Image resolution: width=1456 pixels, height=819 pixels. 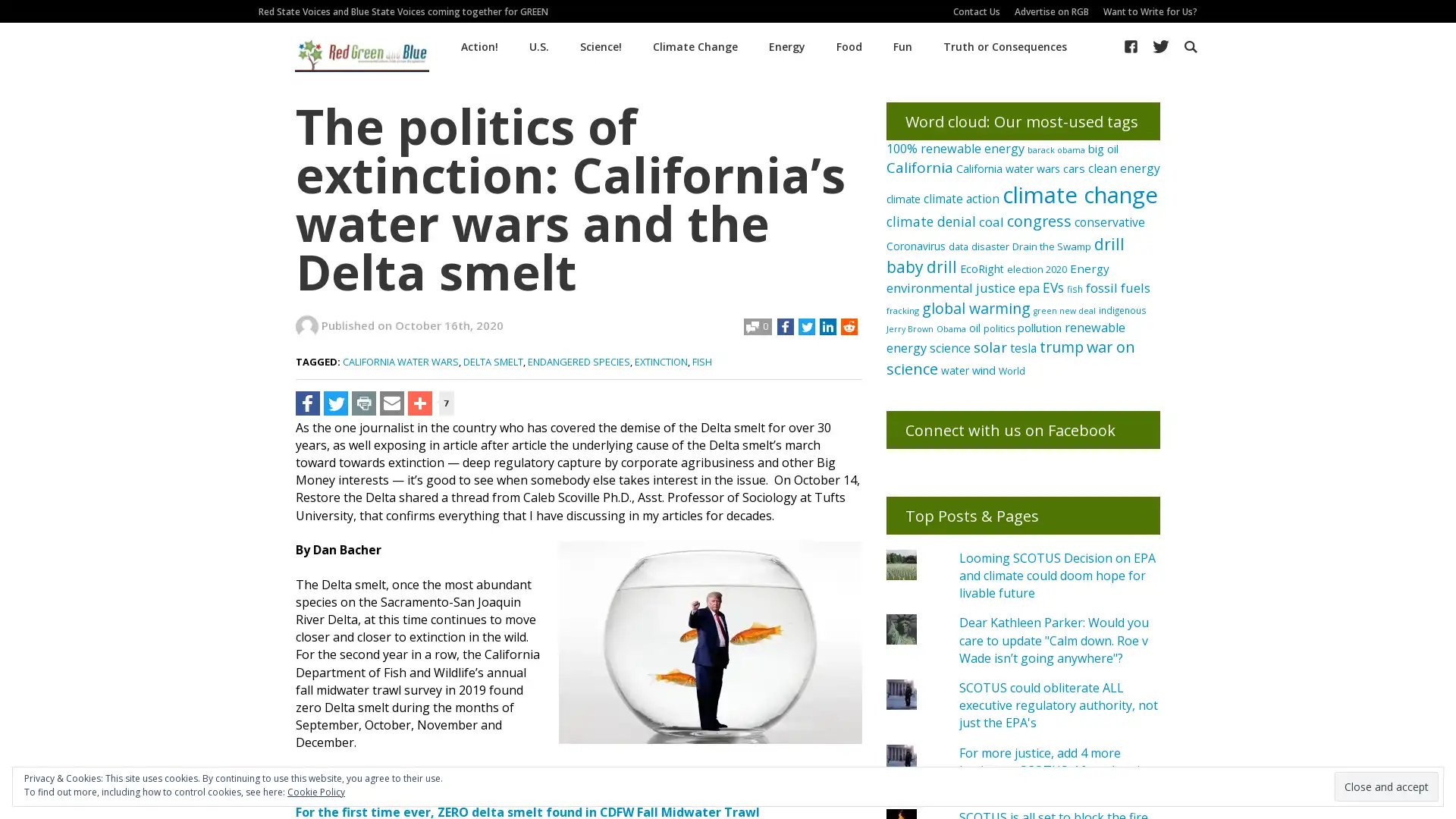 What do you see at coordinates (1386, 786) in the screenshot?
I see `Close and accept` at bounding box center [1386, 786].